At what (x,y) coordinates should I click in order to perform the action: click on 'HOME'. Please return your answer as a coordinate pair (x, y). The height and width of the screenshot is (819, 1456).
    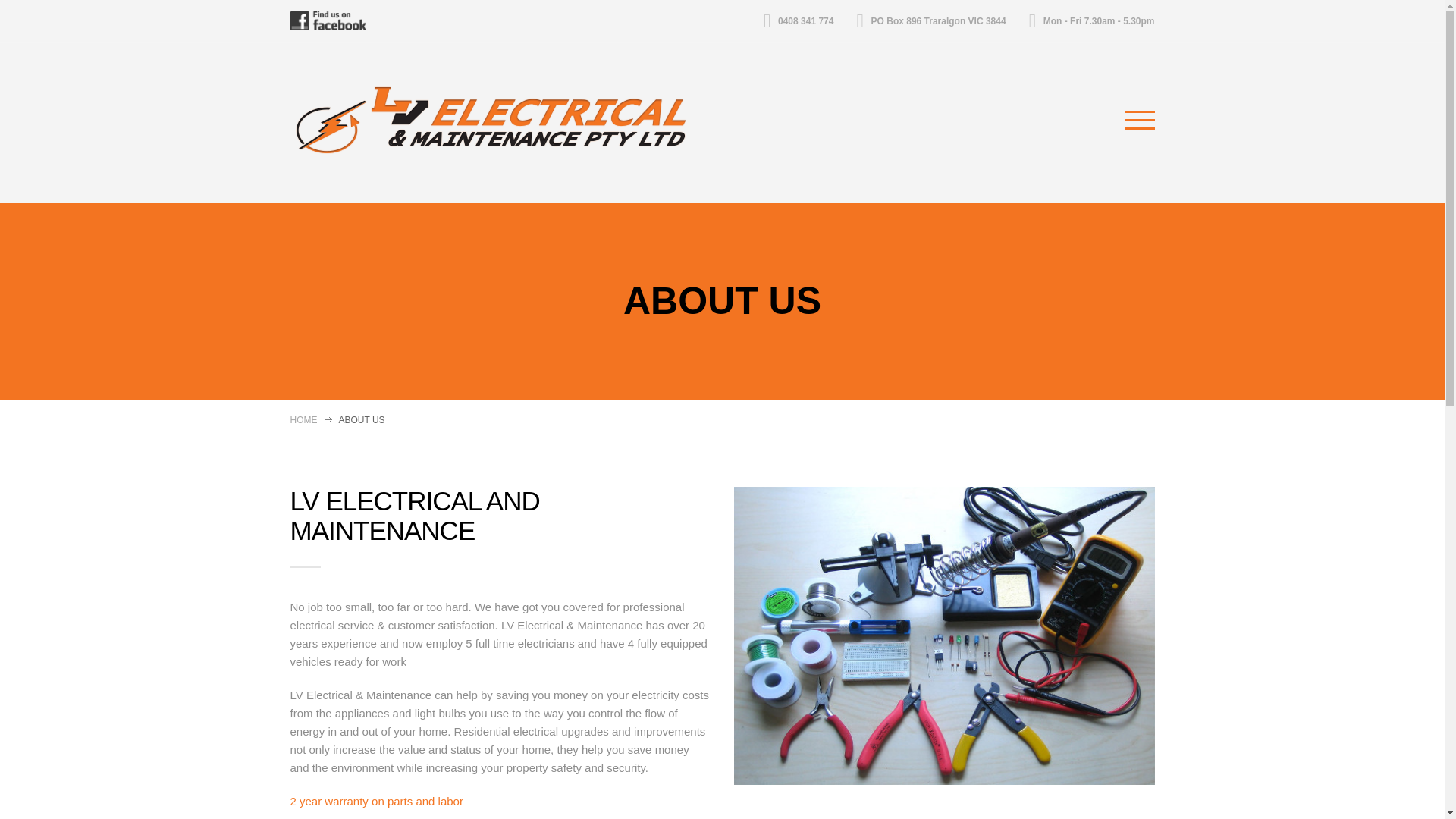
    Looking at the image, I should click on (303, 420).